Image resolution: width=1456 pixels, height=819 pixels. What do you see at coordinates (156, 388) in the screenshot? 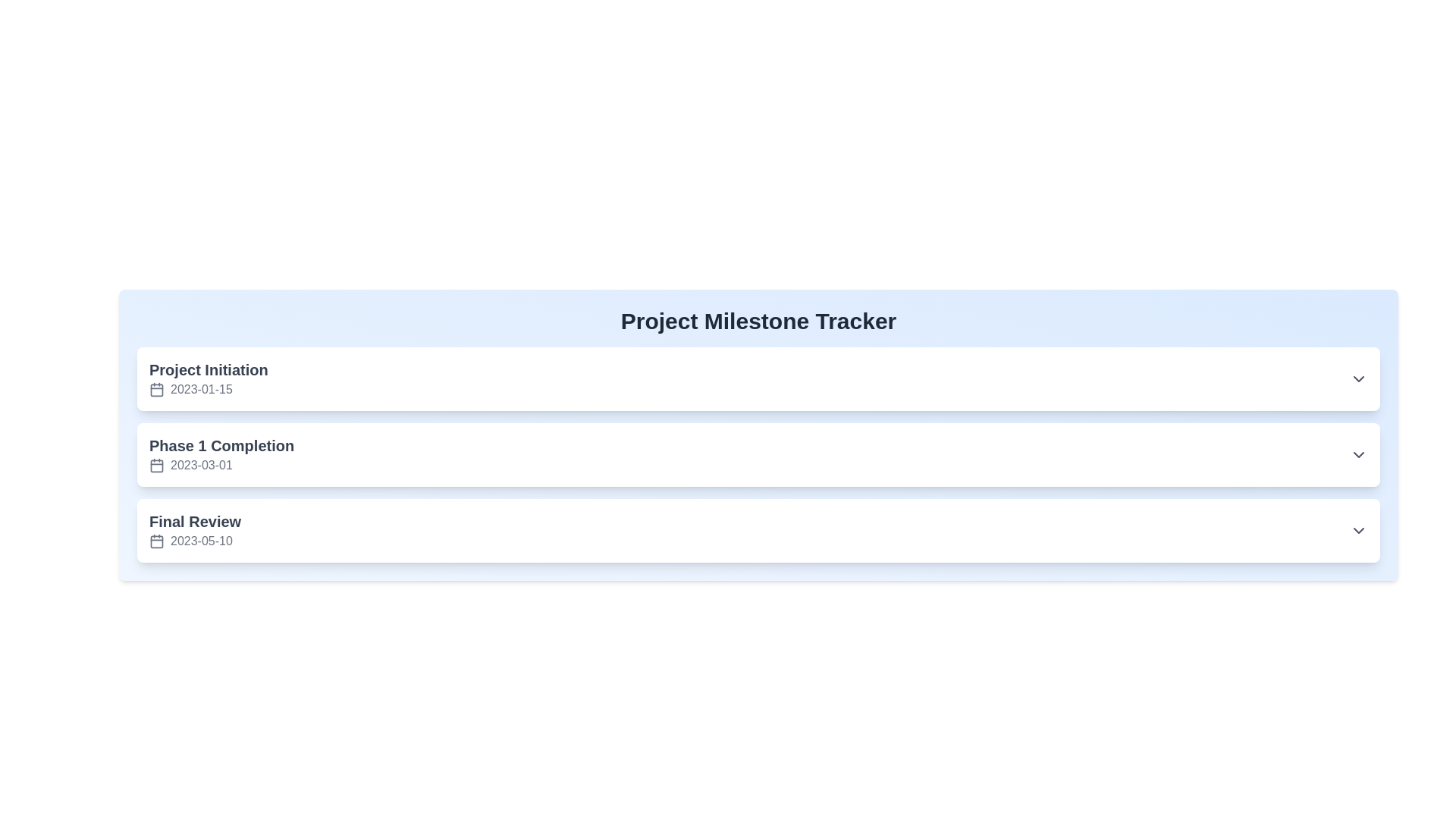
I see `the Icon component of the calendar icon representing the date '2023-01-15' under the 'Project Initiation' milestone` at bounding box center [156, 388].